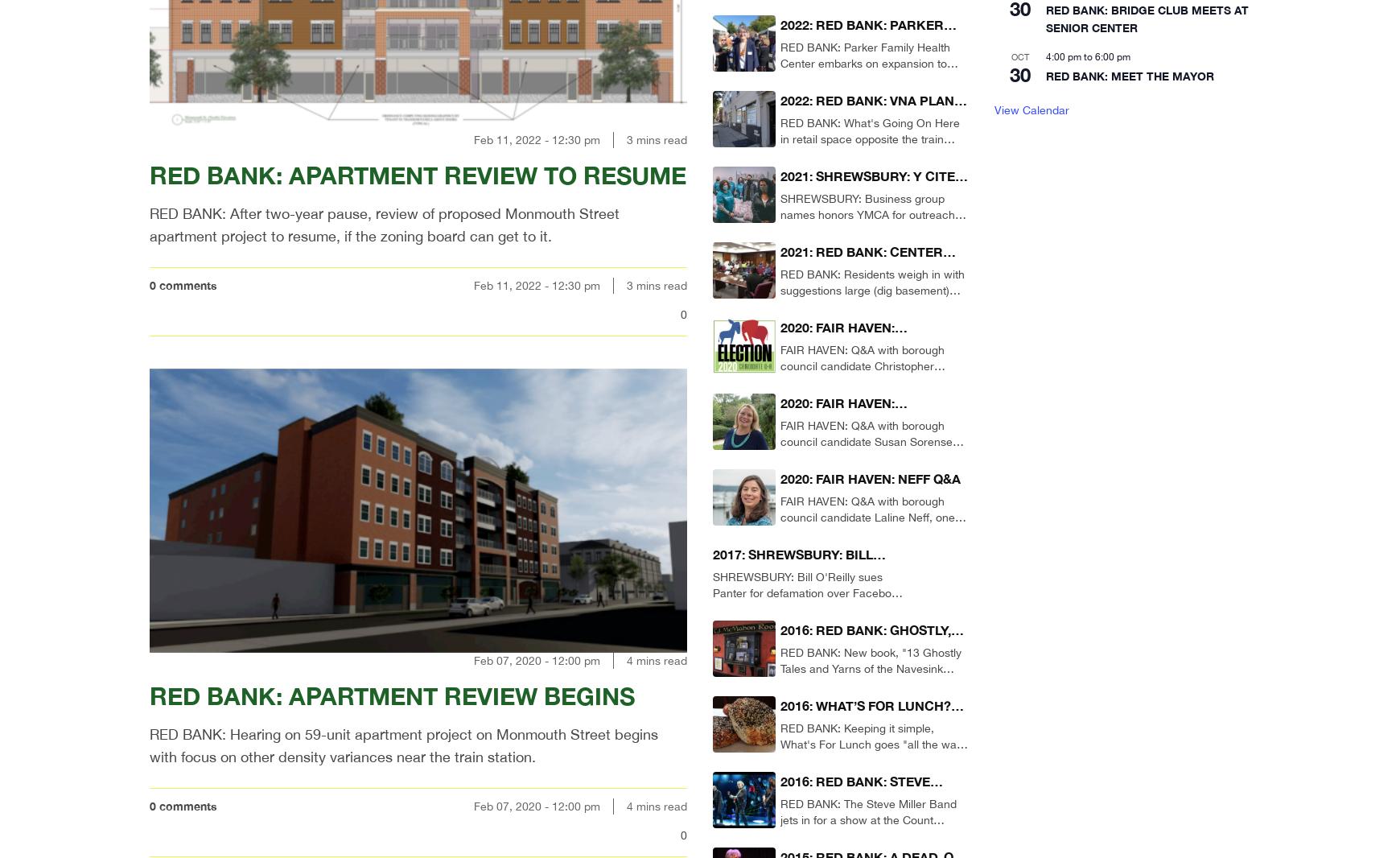  Describe the element at coordinates (391, 695) in the screenshot. I see `'RED BANK: APARTMENT REVIEW BEGINS'` at that location.